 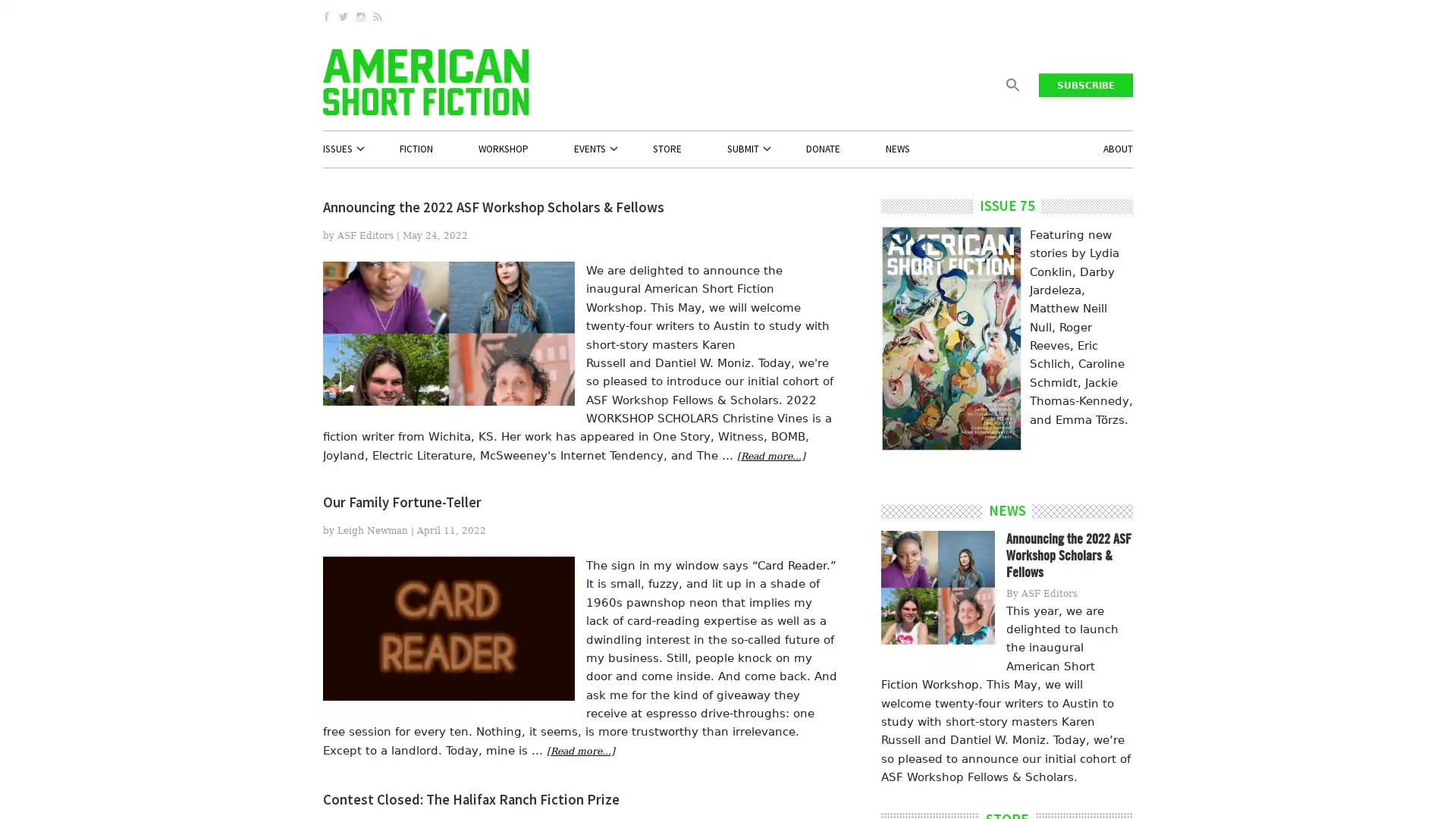 What do you see at coordinates (375, 149) in the screenshot?
I see `SUBMENU` at bounding box center [375, 149].